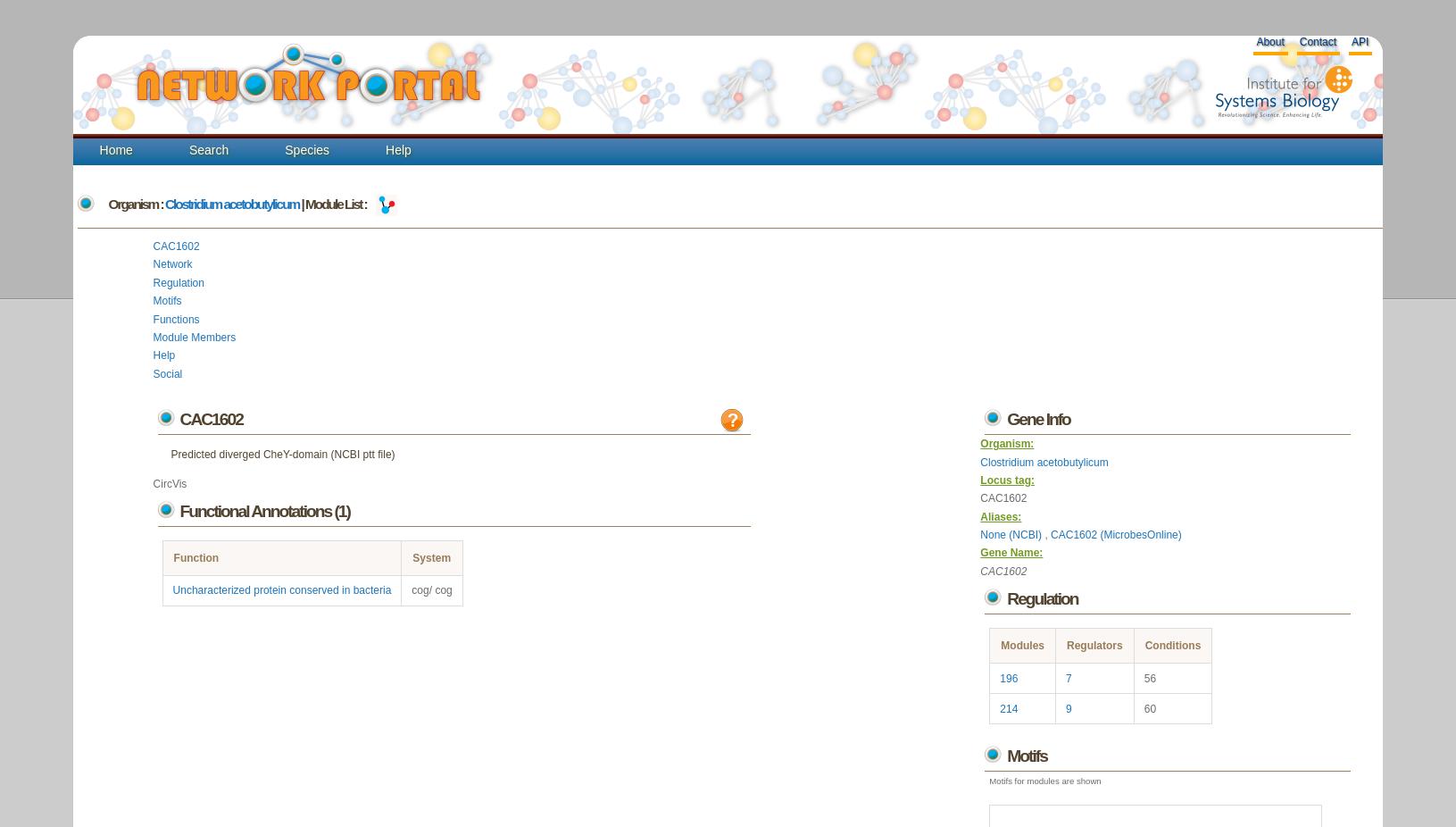  Describe the element at coordinates (333, 203) in the screenshot. I see `'| Module List :'` at that location.